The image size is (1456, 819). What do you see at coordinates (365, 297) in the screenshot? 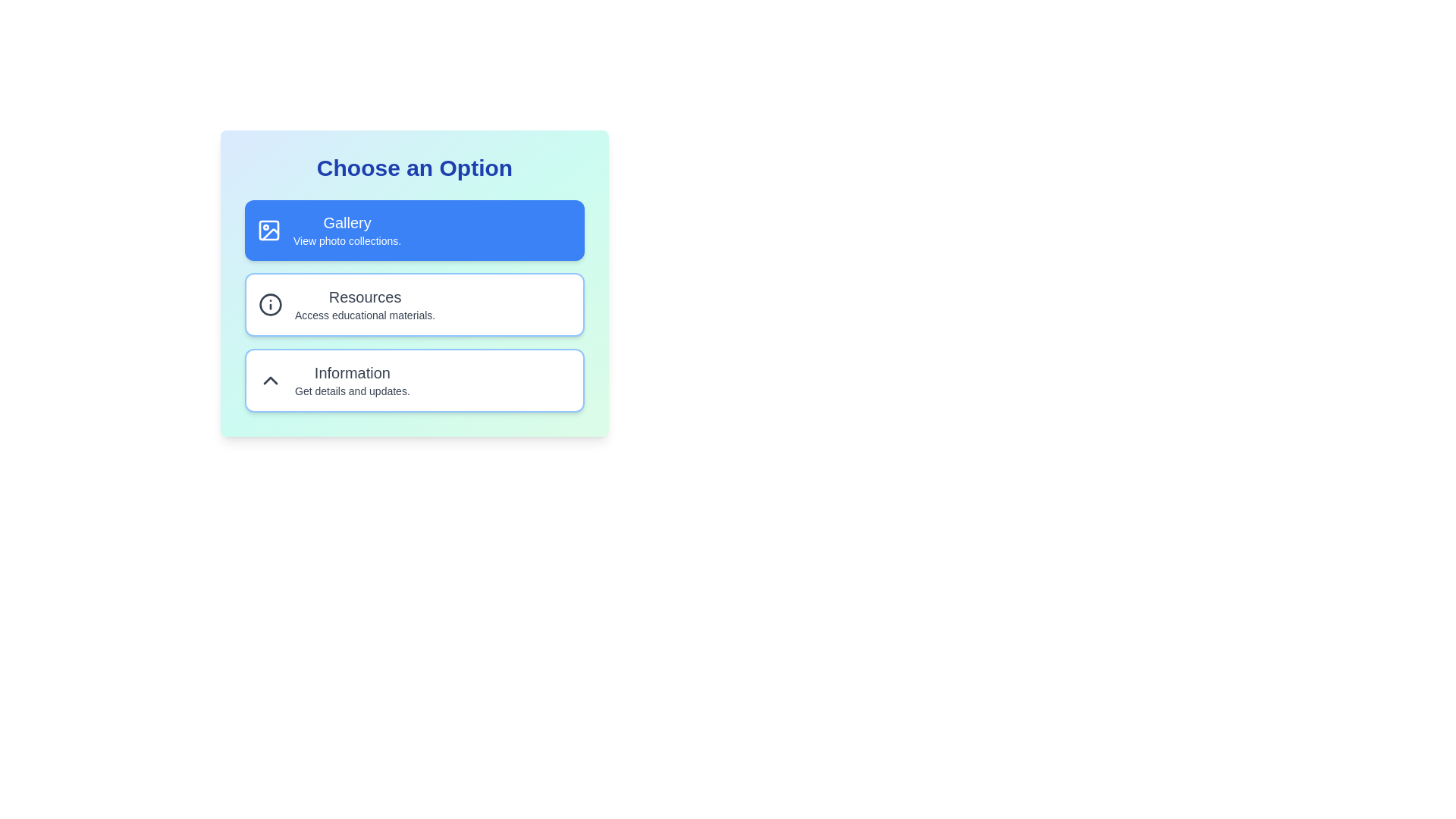
I see `'Resources' label displayed in bold text, located below the 'Gallery' option in a vertical list of choices` at bounding box center [365, 297].